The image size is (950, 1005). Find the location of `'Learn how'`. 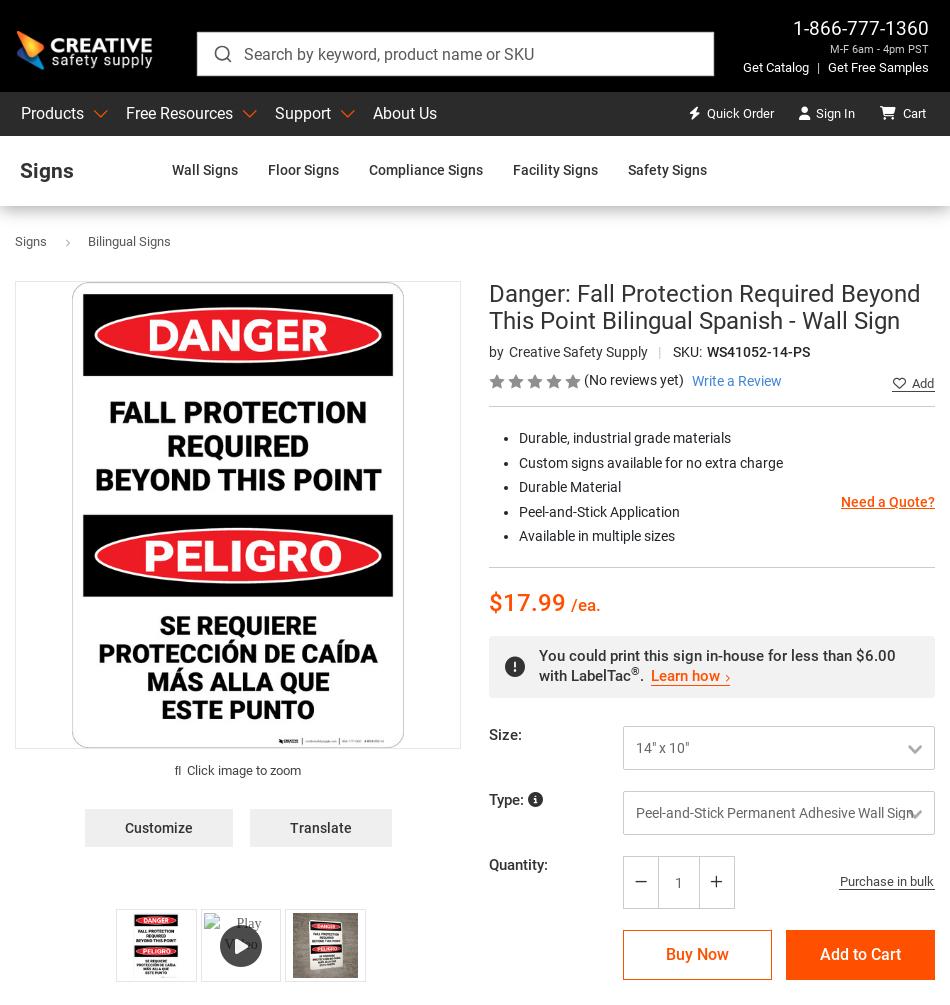

'Learn how' is located at coordinates (685, 675).